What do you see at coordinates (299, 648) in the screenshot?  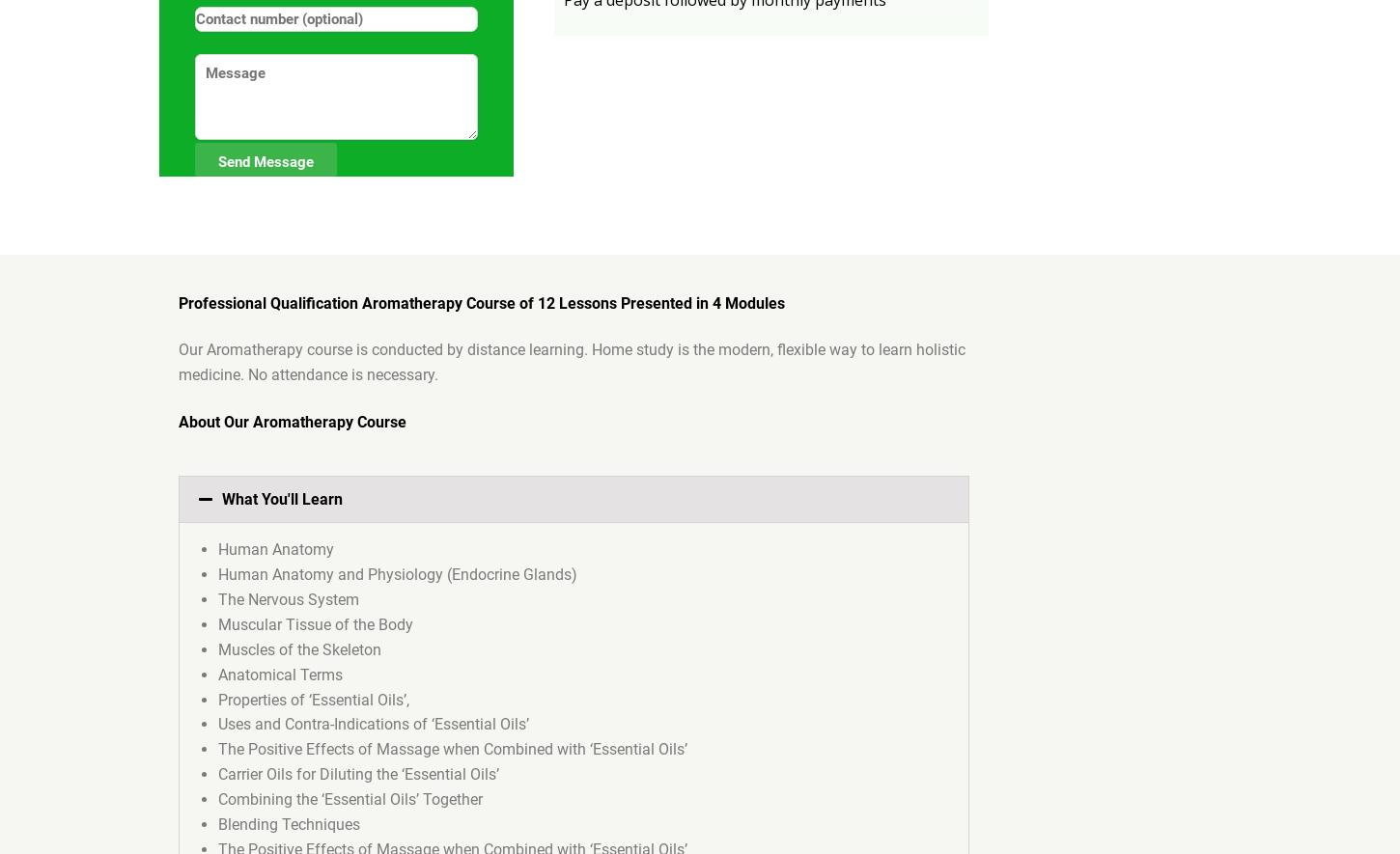 I see `'Muscles of the Skeleton'` at bounding box center [299, 648].